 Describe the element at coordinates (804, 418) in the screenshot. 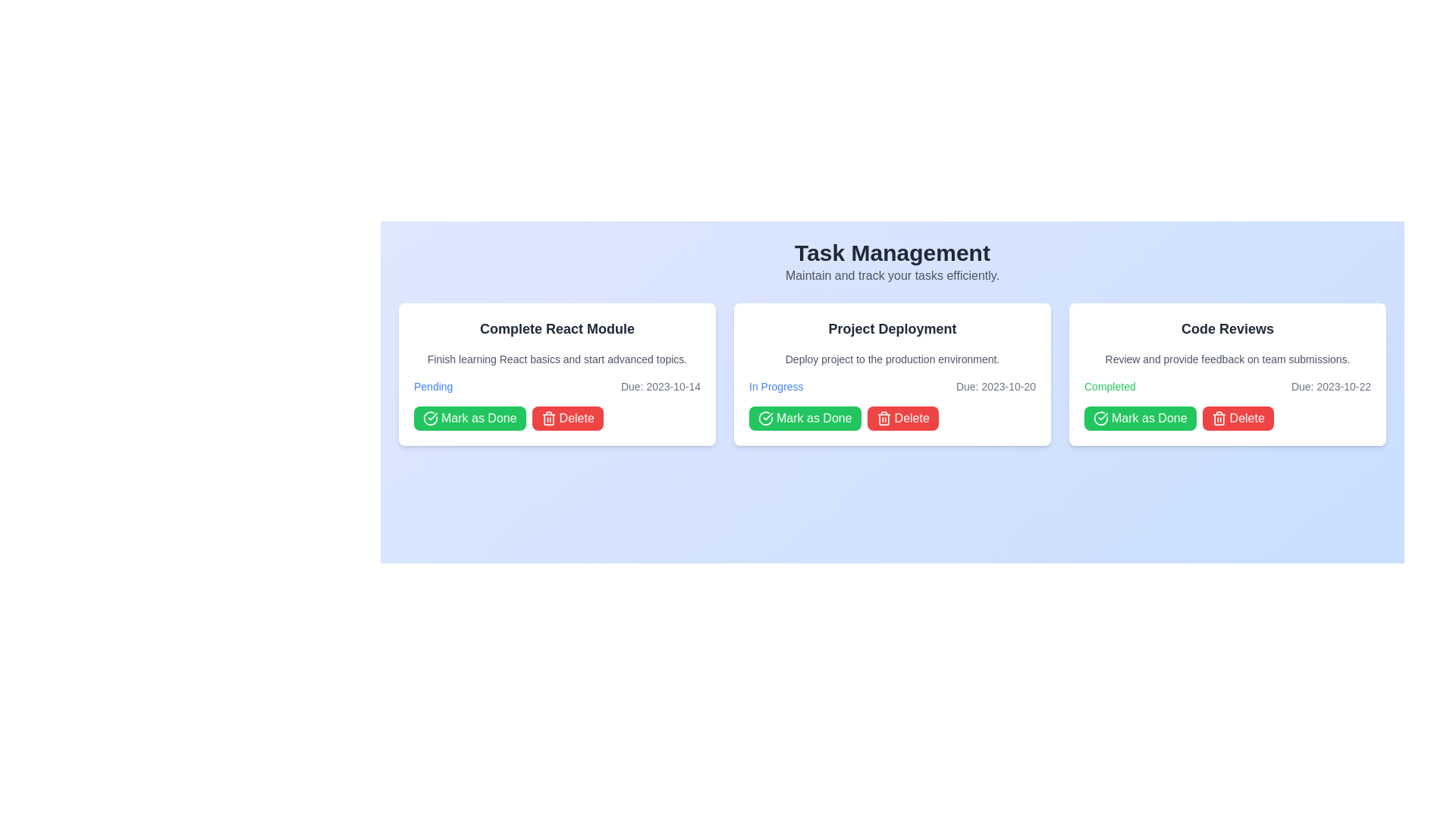

I see `the green button labeled 'Mark as Done' with a checkmark icon to mark the task as done` at that location.